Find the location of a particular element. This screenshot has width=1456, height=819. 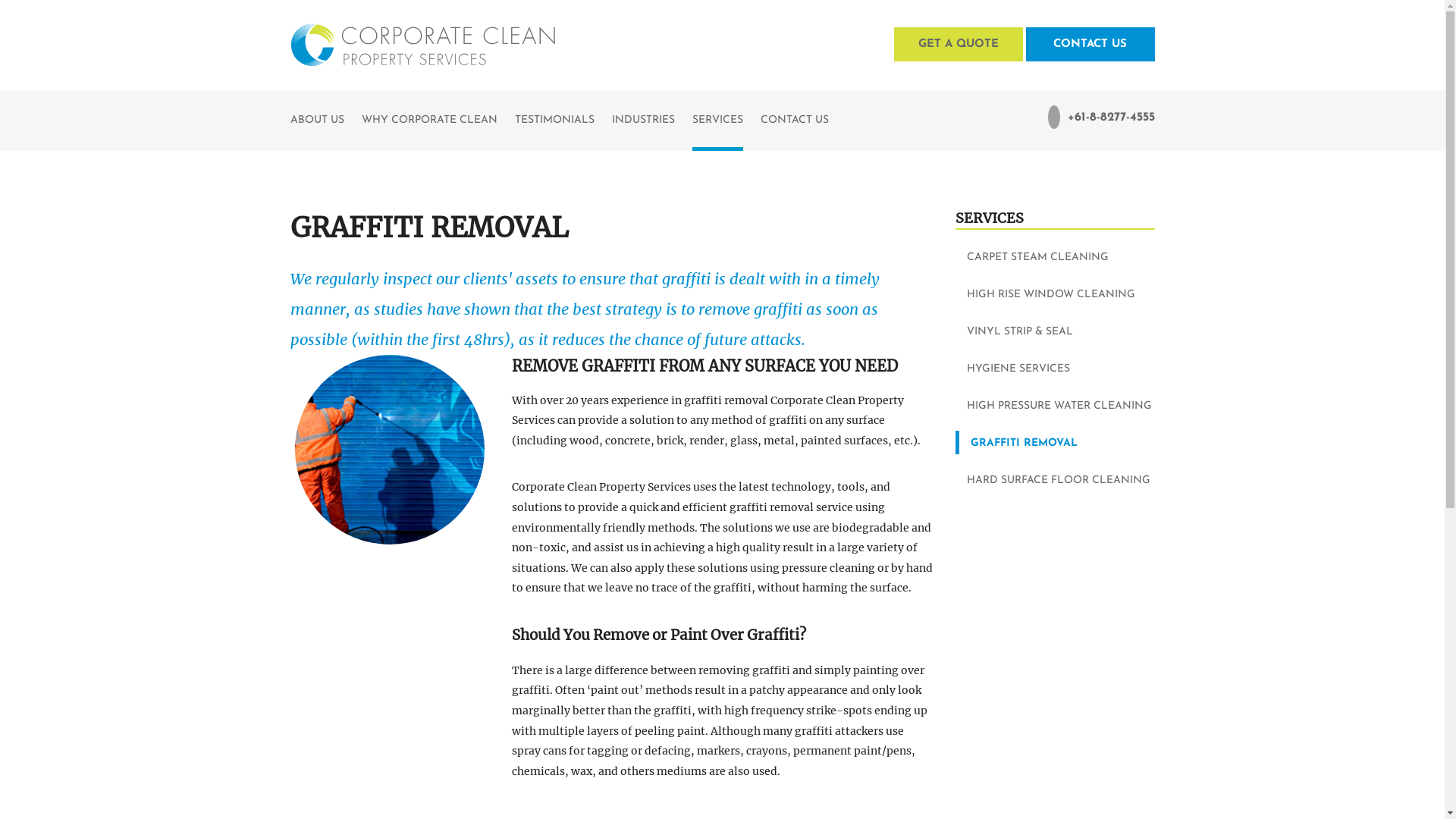

'SERVICES' is located at coordinates (716, 119).